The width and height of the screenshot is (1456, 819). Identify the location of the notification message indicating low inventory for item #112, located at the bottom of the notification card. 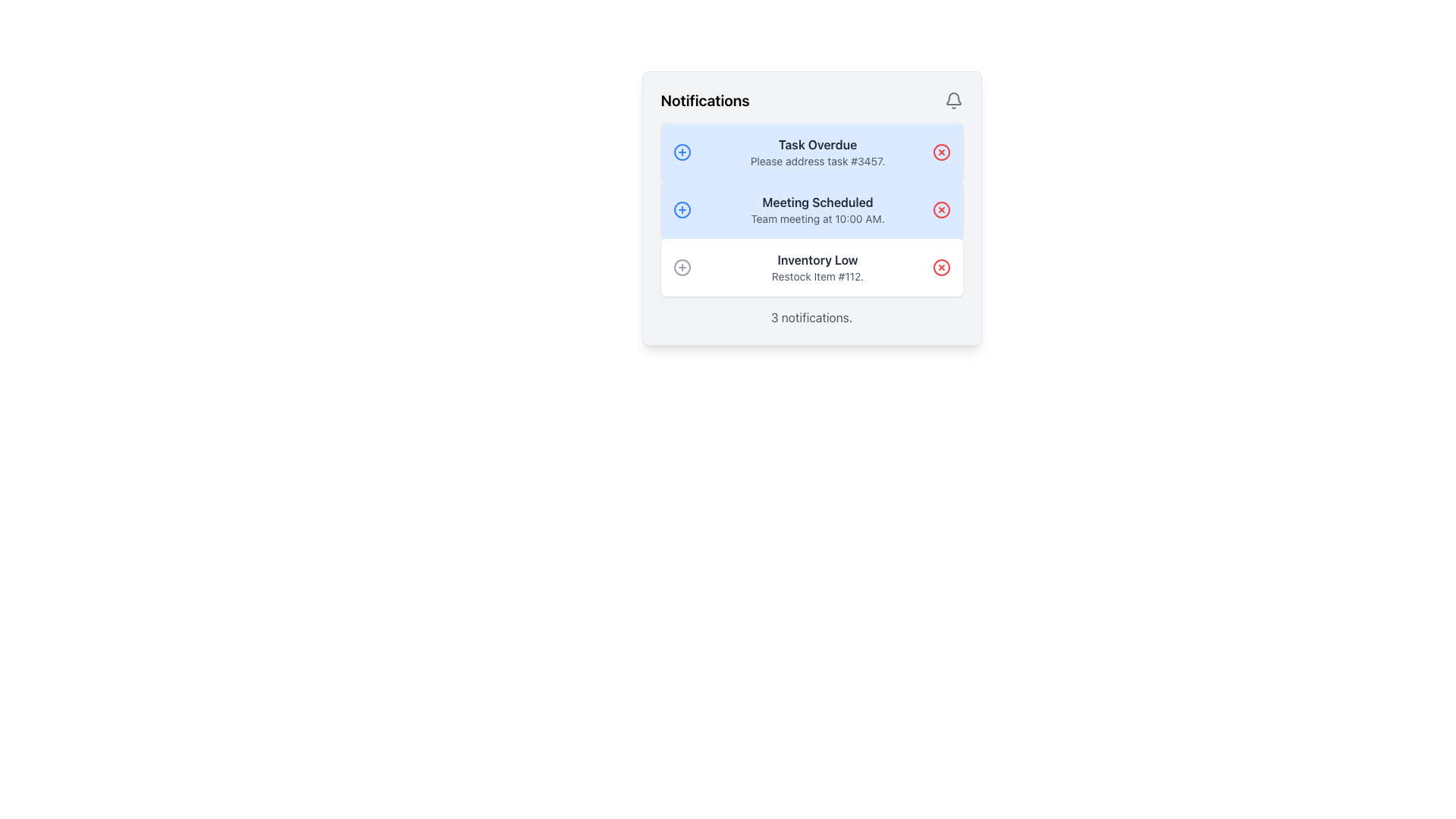
(817, 267).